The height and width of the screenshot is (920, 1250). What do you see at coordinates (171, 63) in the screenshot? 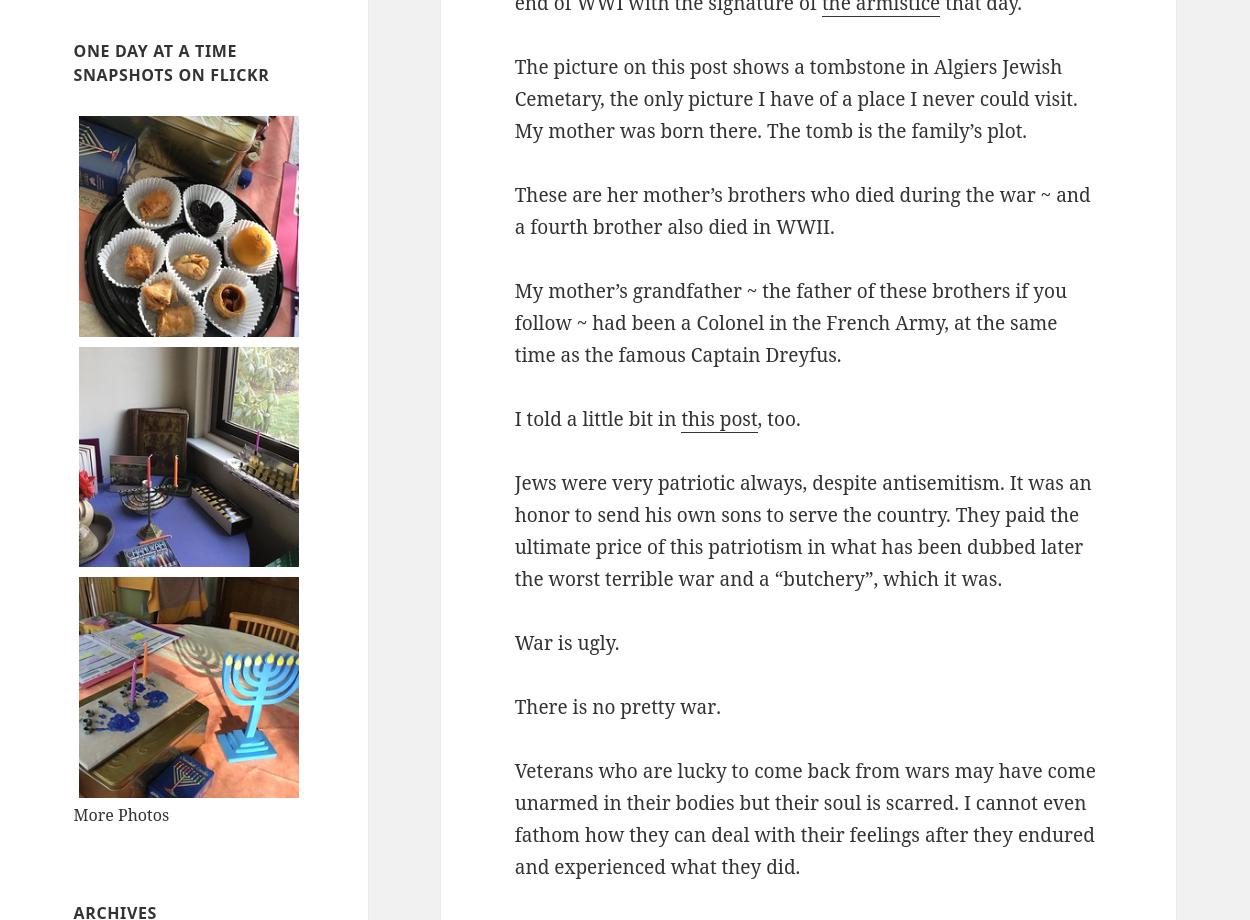
I see `'One Day at a Time snapshots on Flickr'` at bounding box center [171, 63].